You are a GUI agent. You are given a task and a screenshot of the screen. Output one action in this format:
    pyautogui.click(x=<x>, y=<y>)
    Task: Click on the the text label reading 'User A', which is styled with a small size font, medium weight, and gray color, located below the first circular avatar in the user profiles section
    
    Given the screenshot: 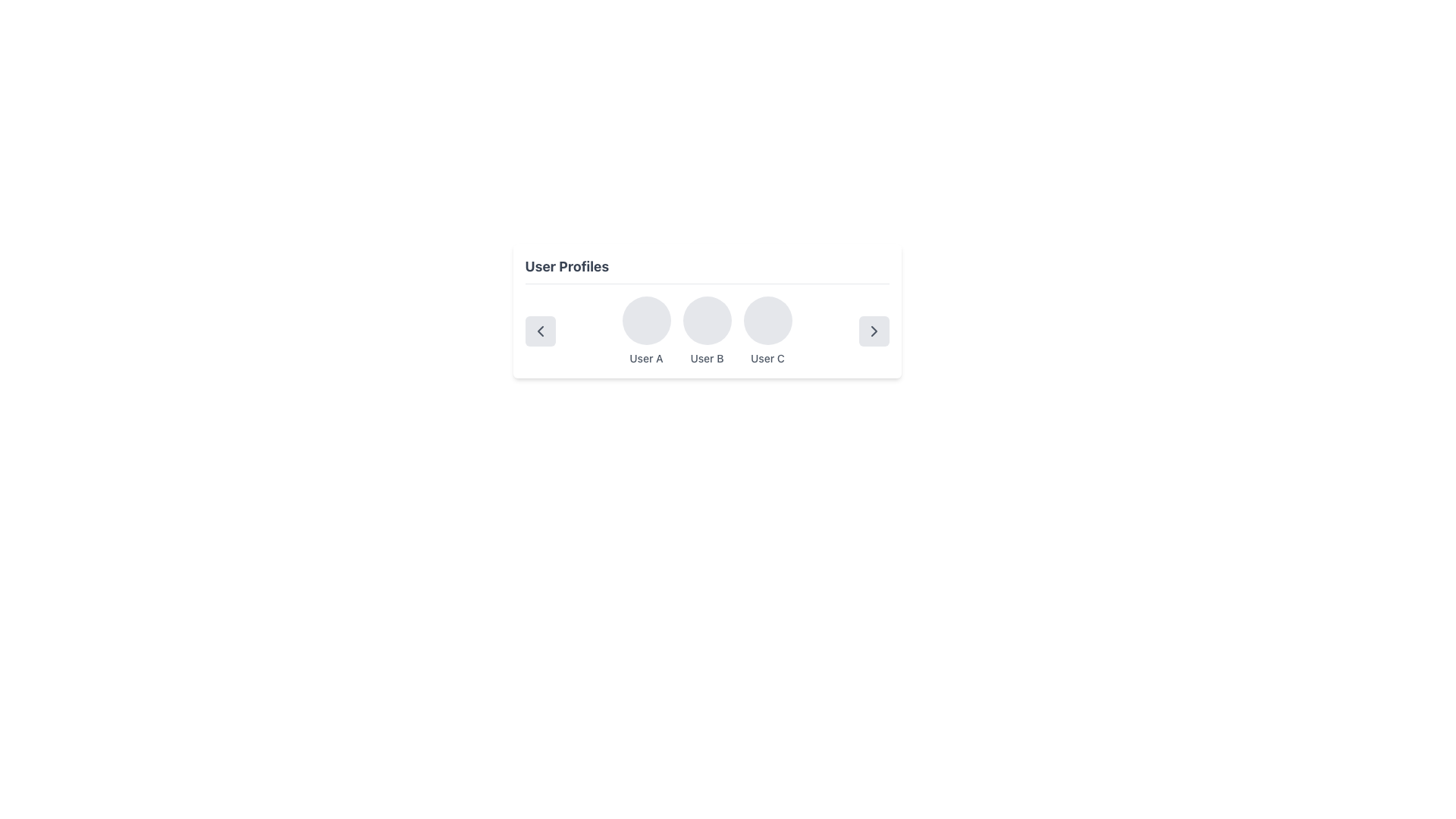 What is the action you would take?
    pyautogui.click(x=646, y=359)
    